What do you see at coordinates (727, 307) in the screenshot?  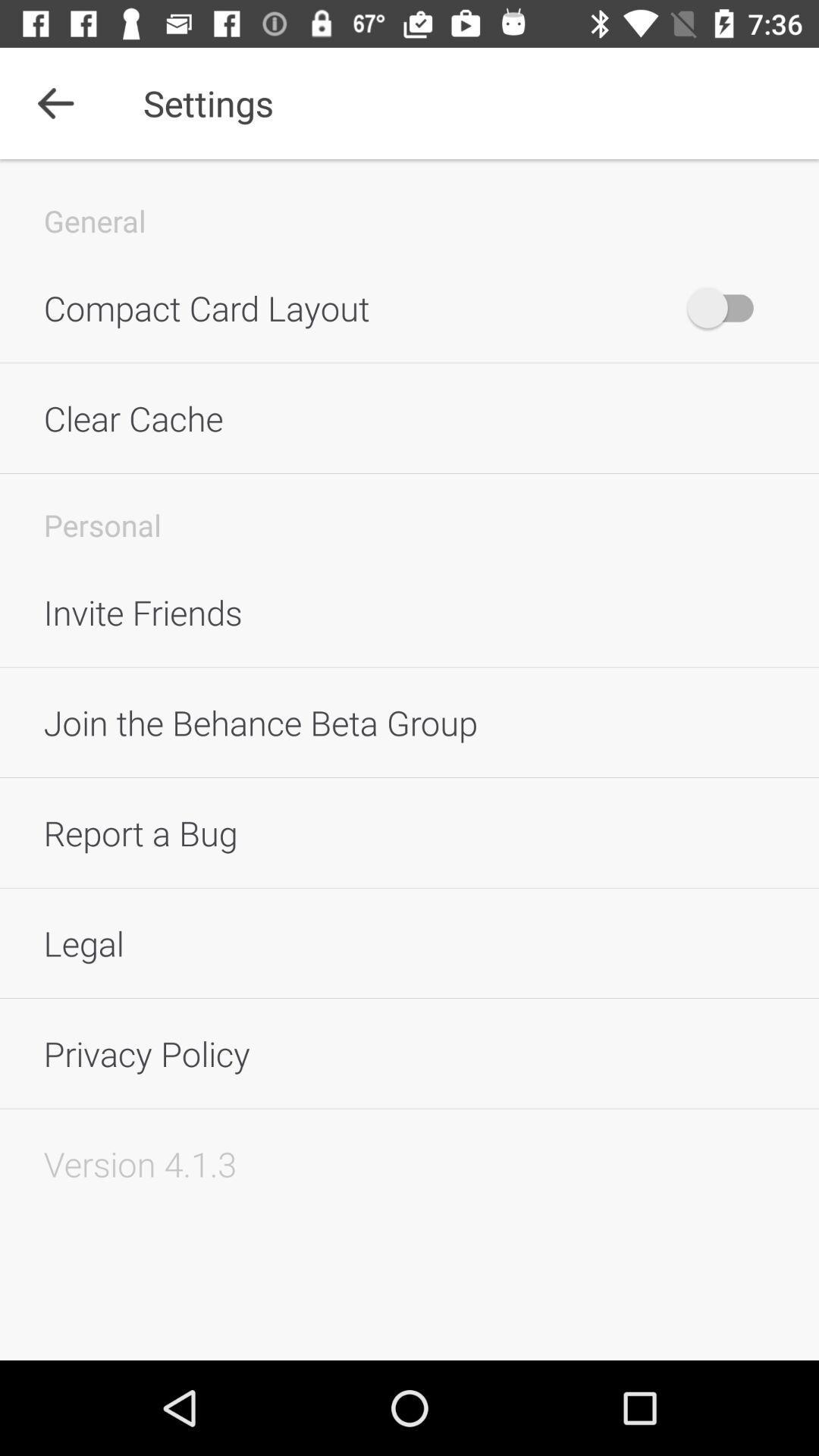 I see `the item next to the compact card layout` at bounding box center [727, 307].